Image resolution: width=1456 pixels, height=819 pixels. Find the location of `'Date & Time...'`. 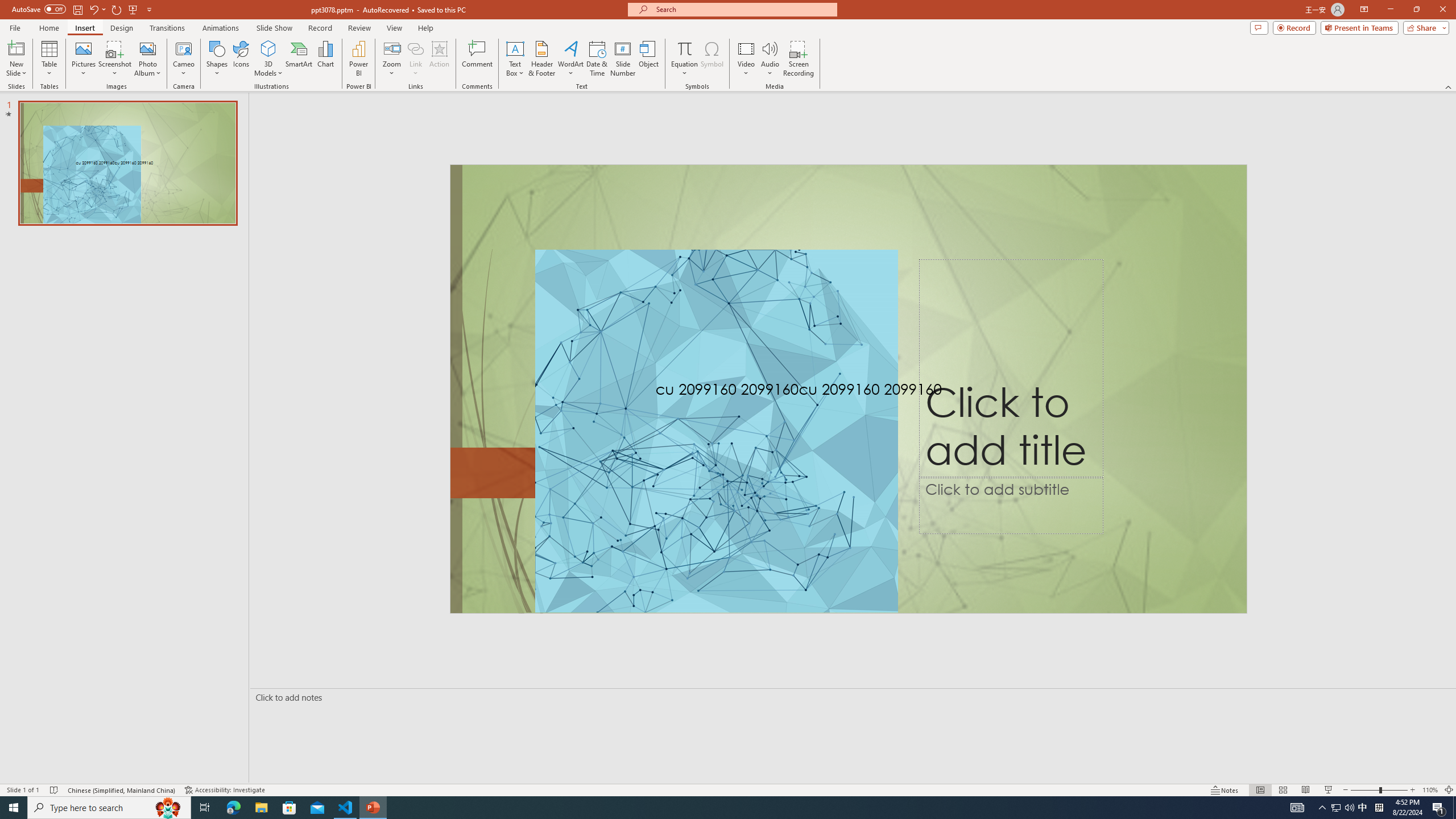

'Date & Time...' is located at coordinates (596, 59).